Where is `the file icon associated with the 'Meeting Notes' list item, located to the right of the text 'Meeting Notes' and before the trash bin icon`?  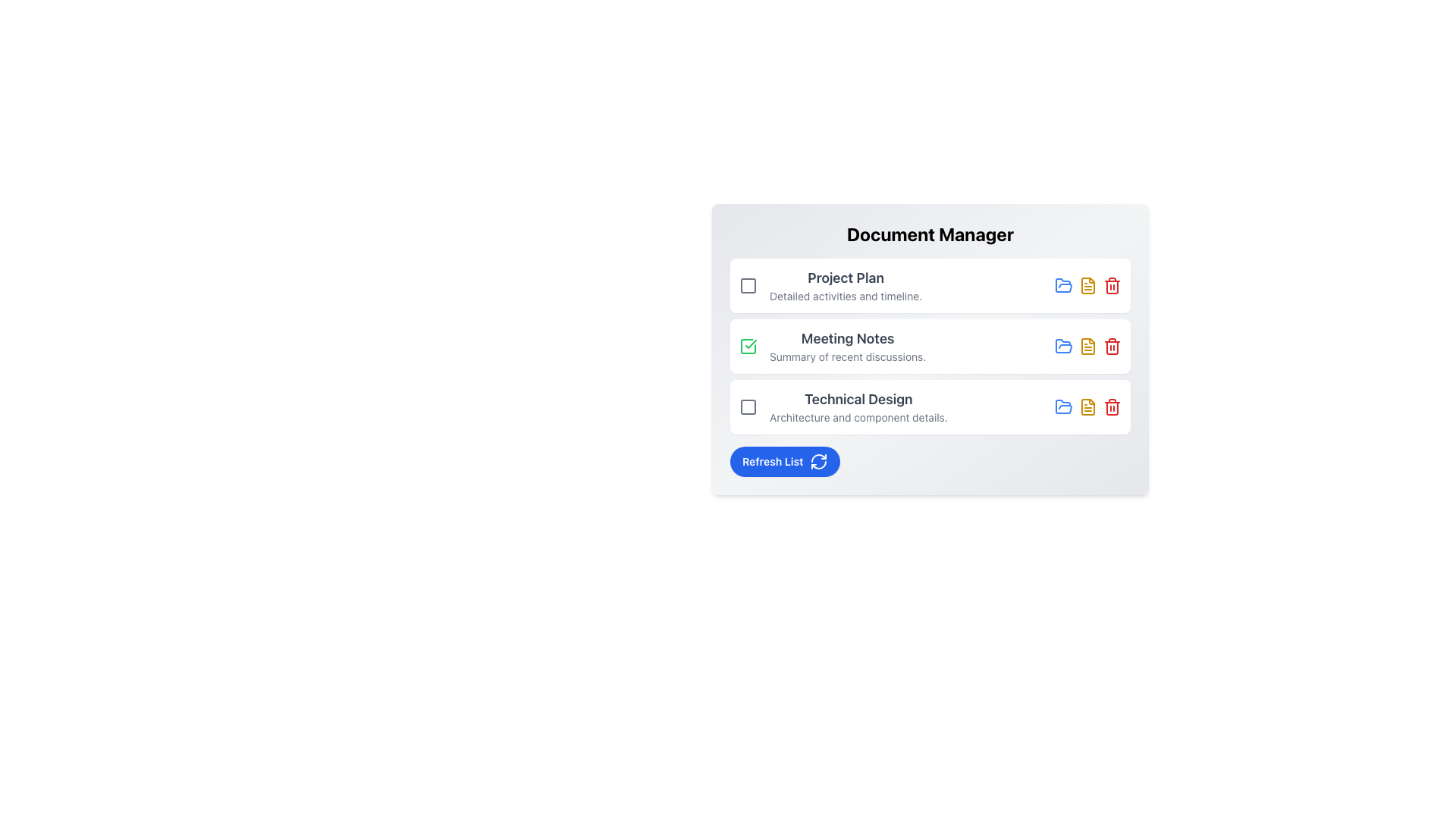
the file icon associated with the 'Meeting Notes' list item, located to the right of the text 'Meeting Notes' and before the trash bin icon is located at coordinates (1087, 346).